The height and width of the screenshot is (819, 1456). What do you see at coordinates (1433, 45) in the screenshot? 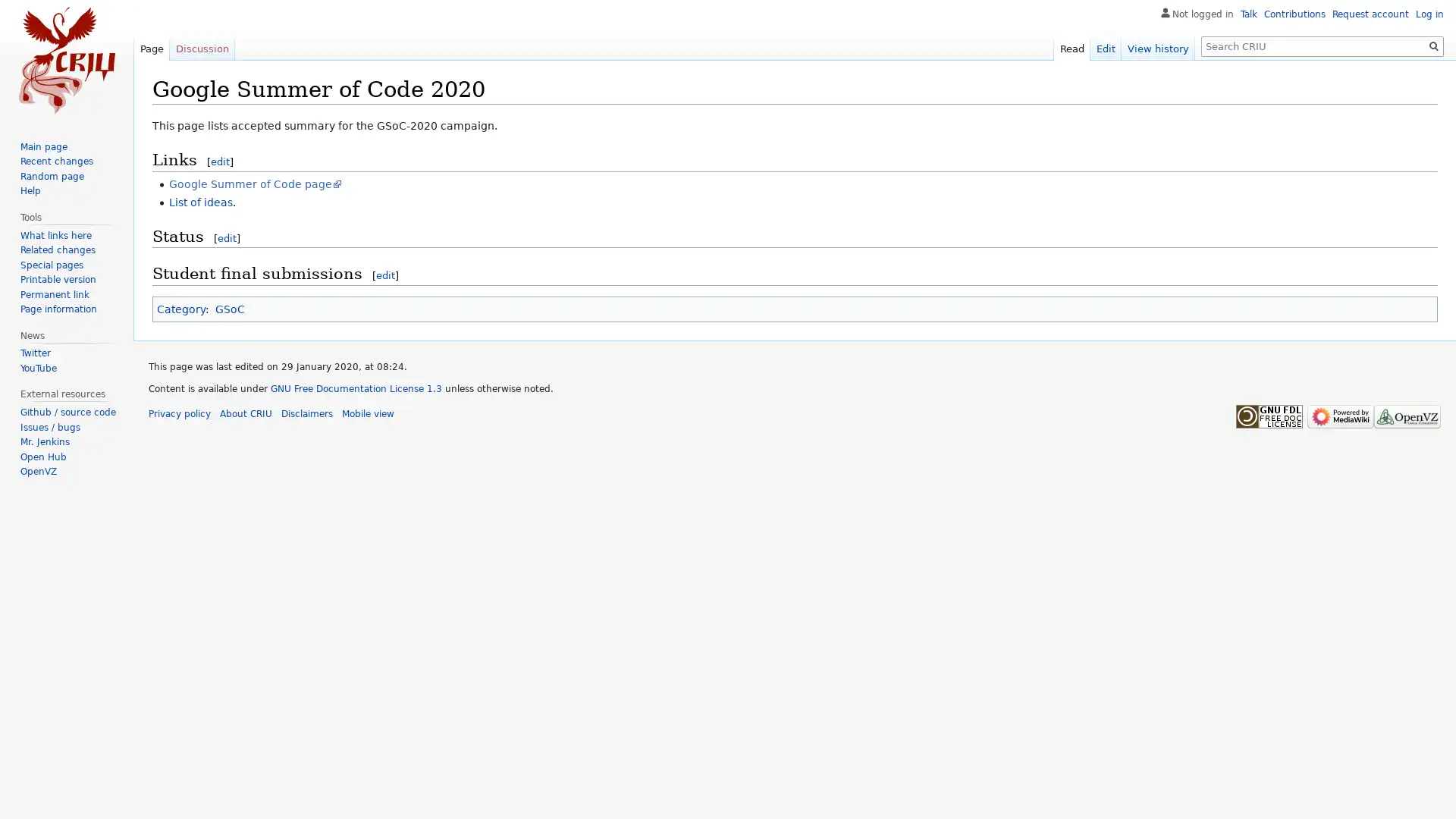
I see `Go` at bounding box center [1433, 45].